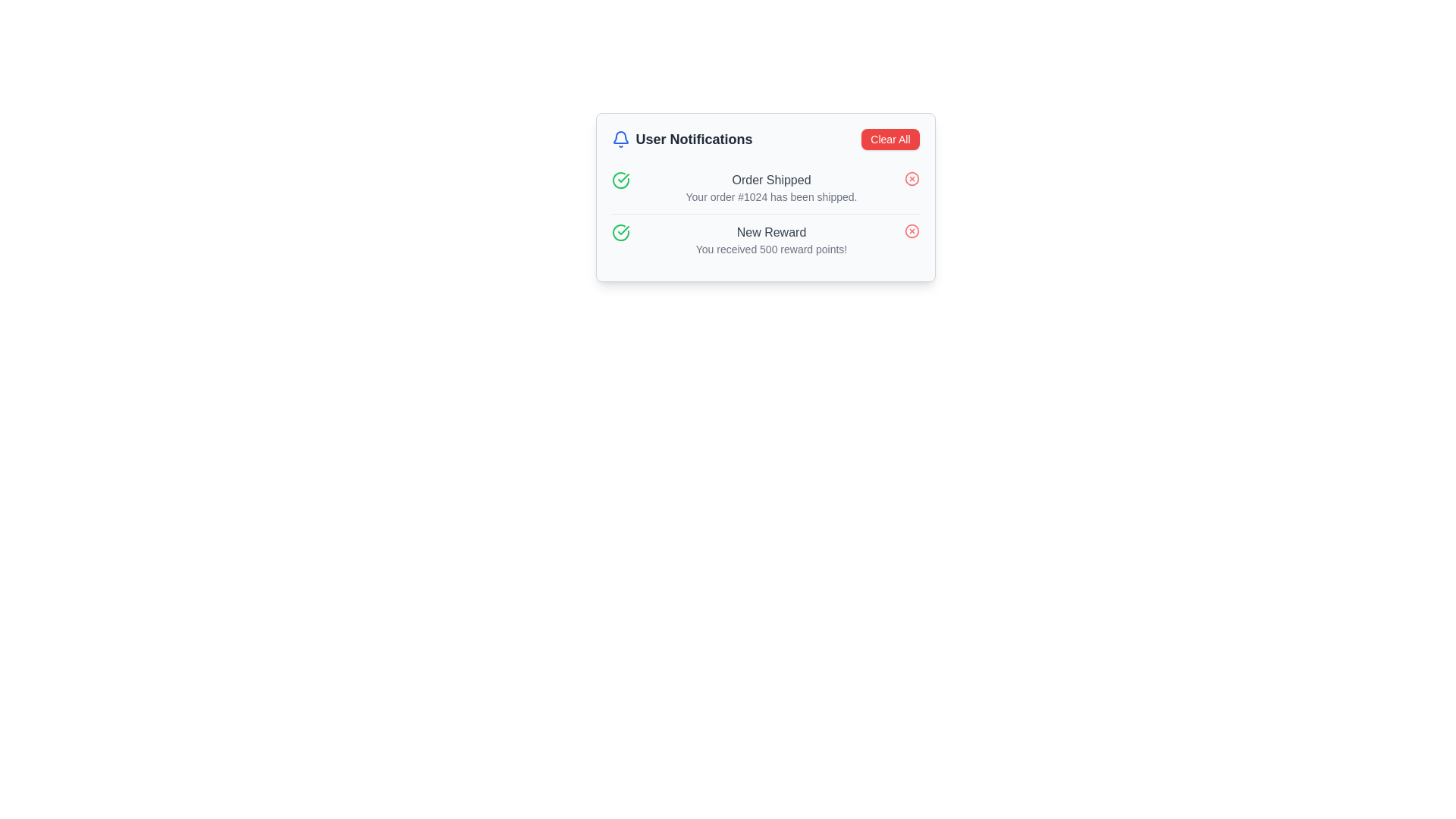 The height and width of the screenshot is (819, 1456). Describe the element at coordinates (771, 180) in the screenshot. I see `the static text label displaying the title of the first notification, located within the 'User Notifications' card, positioned above the supporting text 'Your order #1024 has been shipped.'` at that location.